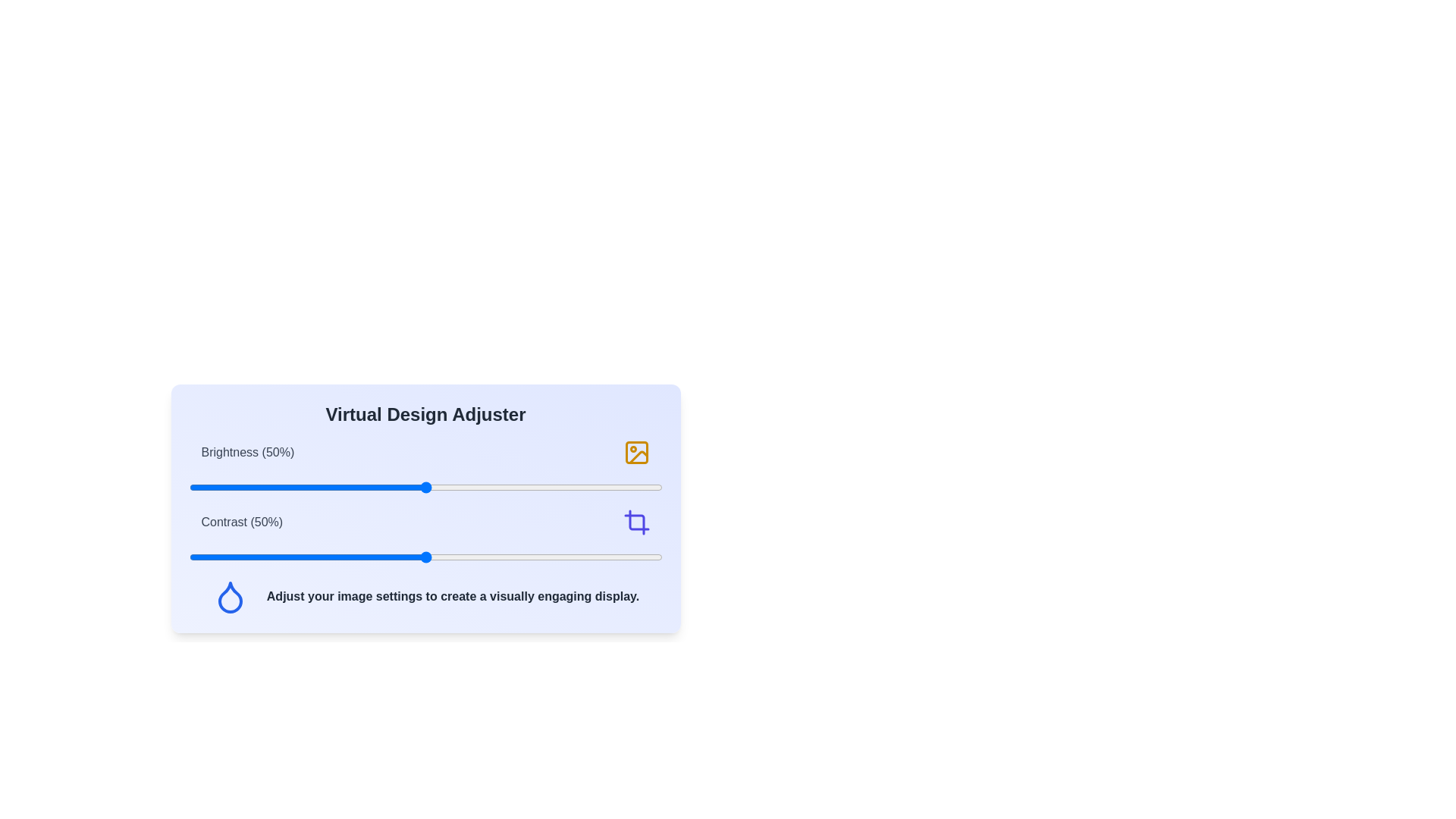 Image resolution: width=1456 pixels, height=819 pixels. Describe the element at coordinates (421, 488) in the screenshot. I see `the brightness slider to 49%` at that location.